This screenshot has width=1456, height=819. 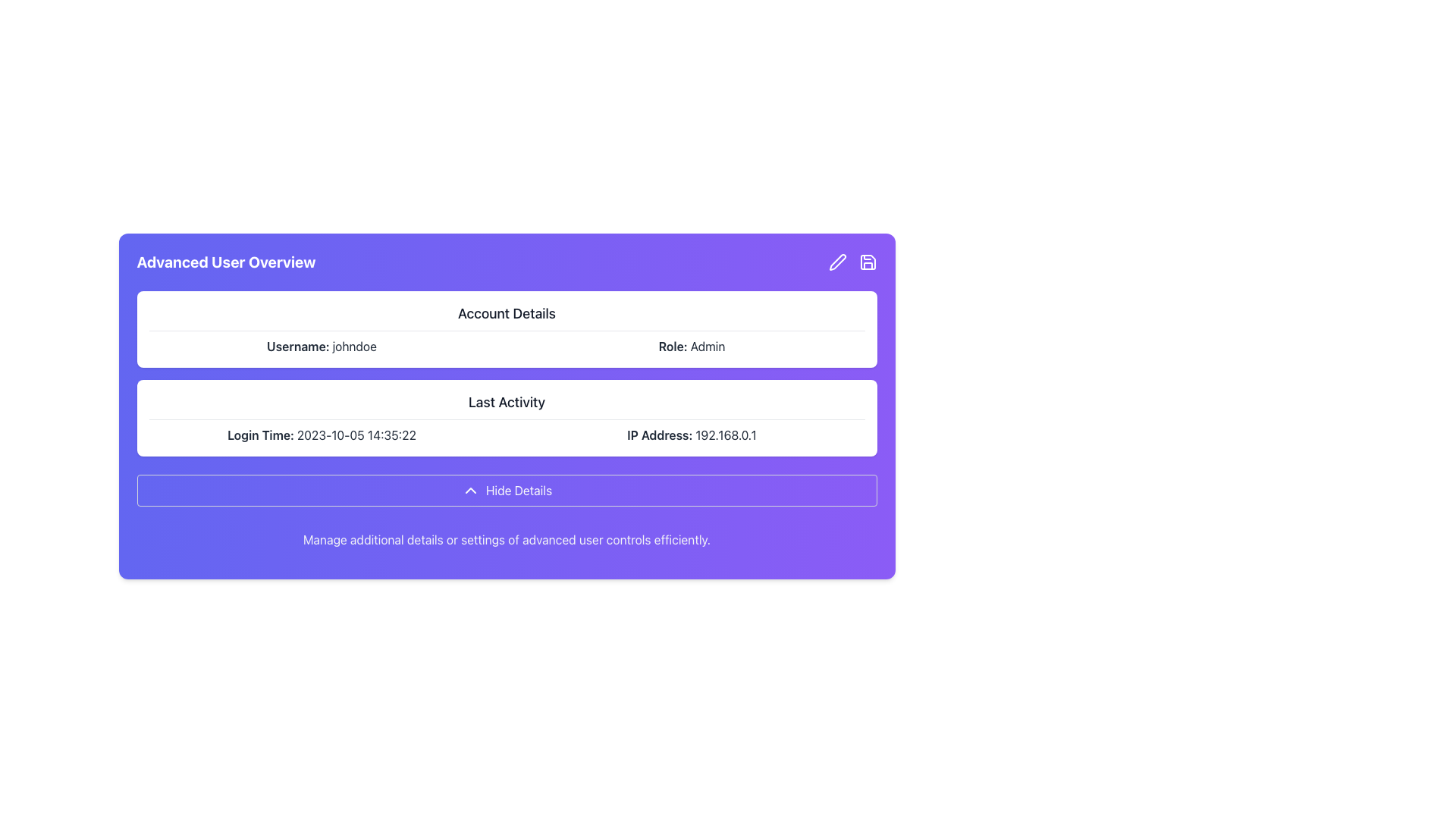 What do you see at coordinates (321, 346) in the screenshot?
I see `the username displayed in the text label located in the top-left corner of the account details section, aligned with the 'Role: Admin' label` at bounding box center [321, 346].